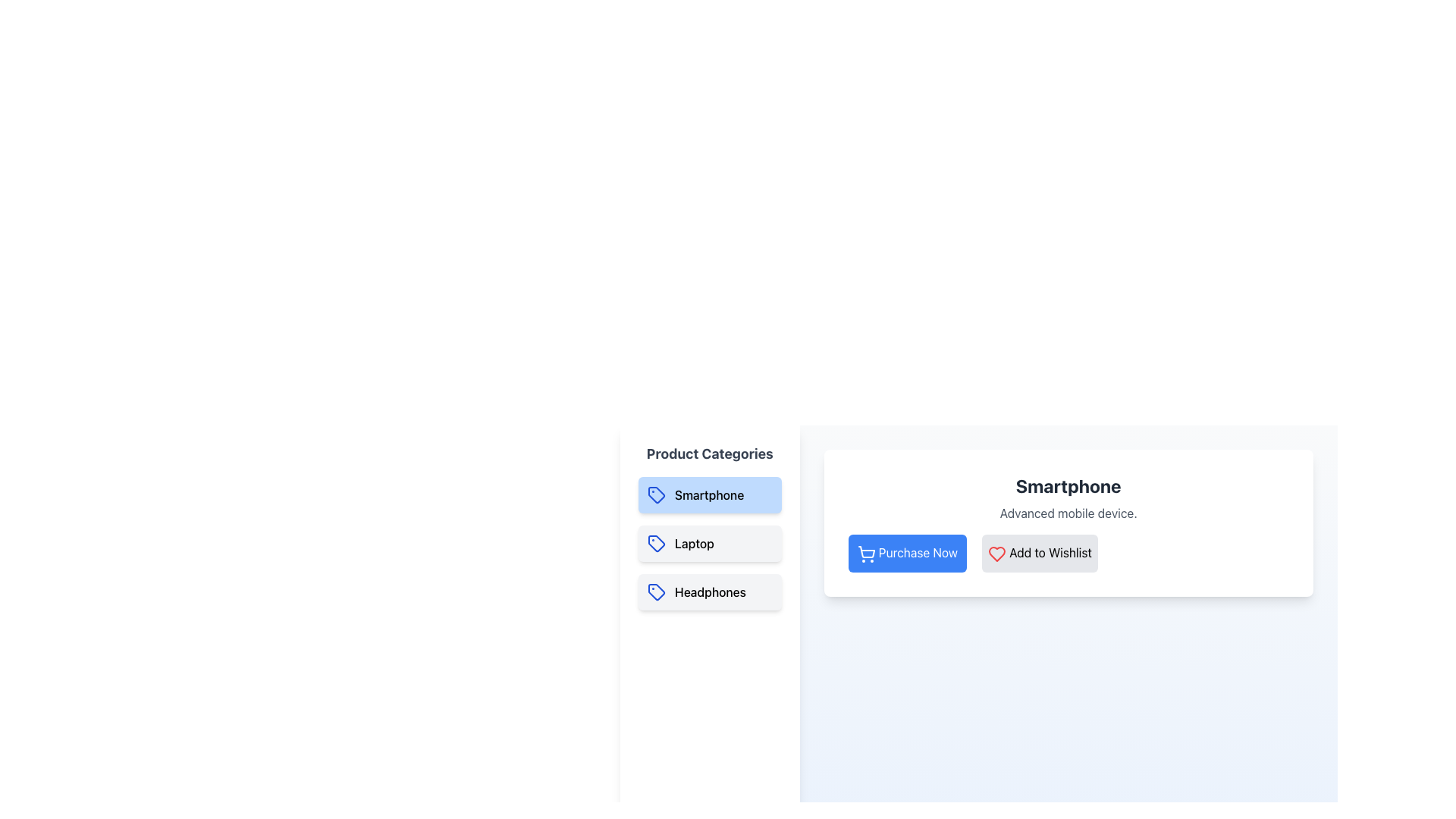 This screenshot has height=819, width=1456. I want to click on the 'Laptop' icon in the 'Product Categories' section, located below 'Smartphone', so click(656, 543).